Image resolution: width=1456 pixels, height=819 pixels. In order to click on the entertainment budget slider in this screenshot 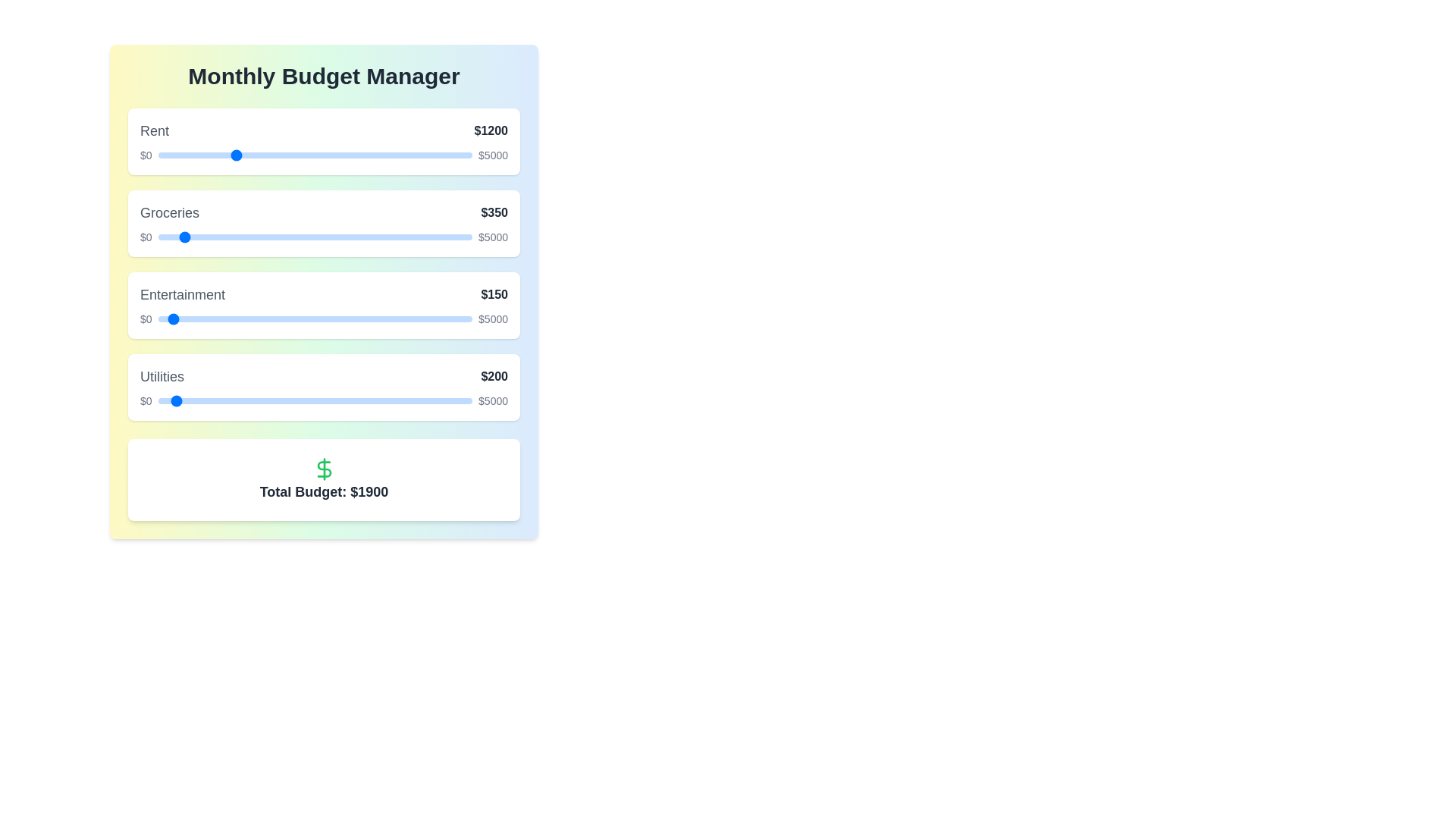, I will do `click(308, 318)`.